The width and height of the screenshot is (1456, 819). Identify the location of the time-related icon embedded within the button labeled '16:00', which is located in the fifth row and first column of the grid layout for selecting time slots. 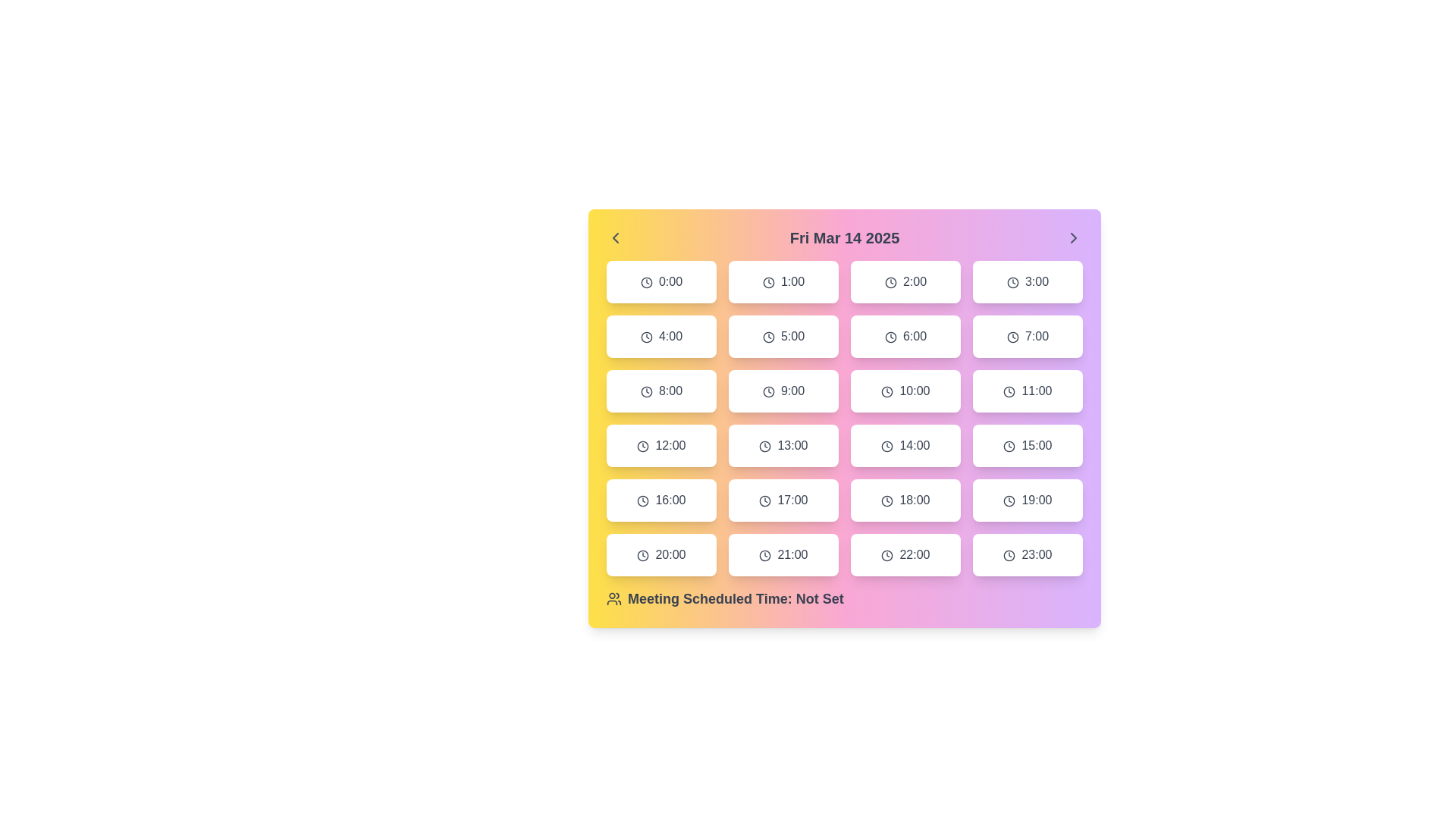
(643, 500).